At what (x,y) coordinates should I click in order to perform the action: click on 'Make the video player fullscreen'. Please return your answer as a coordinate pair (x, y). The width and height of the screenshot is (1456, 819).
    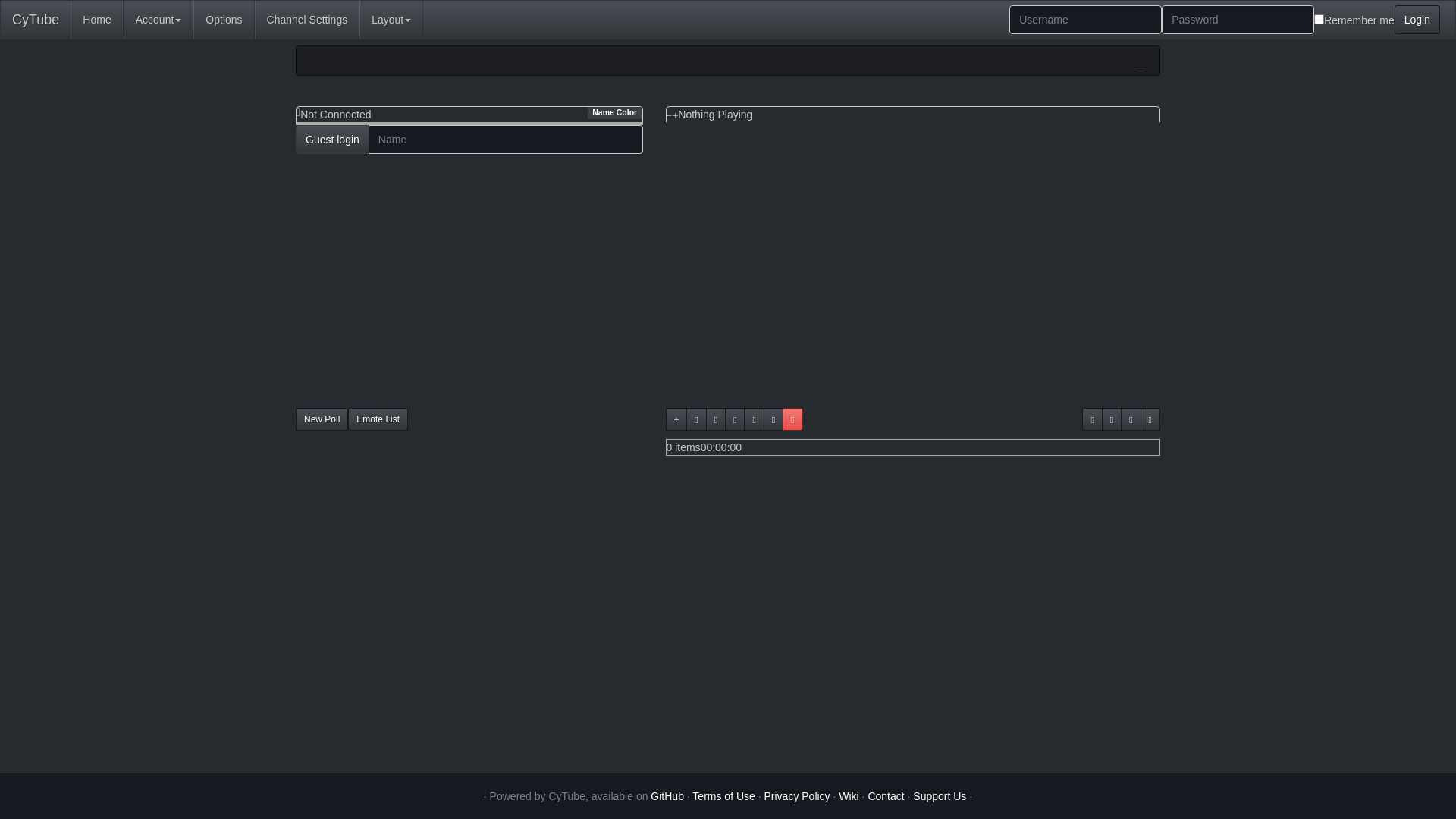
    Looking at the image, I should click on (1111, 419).